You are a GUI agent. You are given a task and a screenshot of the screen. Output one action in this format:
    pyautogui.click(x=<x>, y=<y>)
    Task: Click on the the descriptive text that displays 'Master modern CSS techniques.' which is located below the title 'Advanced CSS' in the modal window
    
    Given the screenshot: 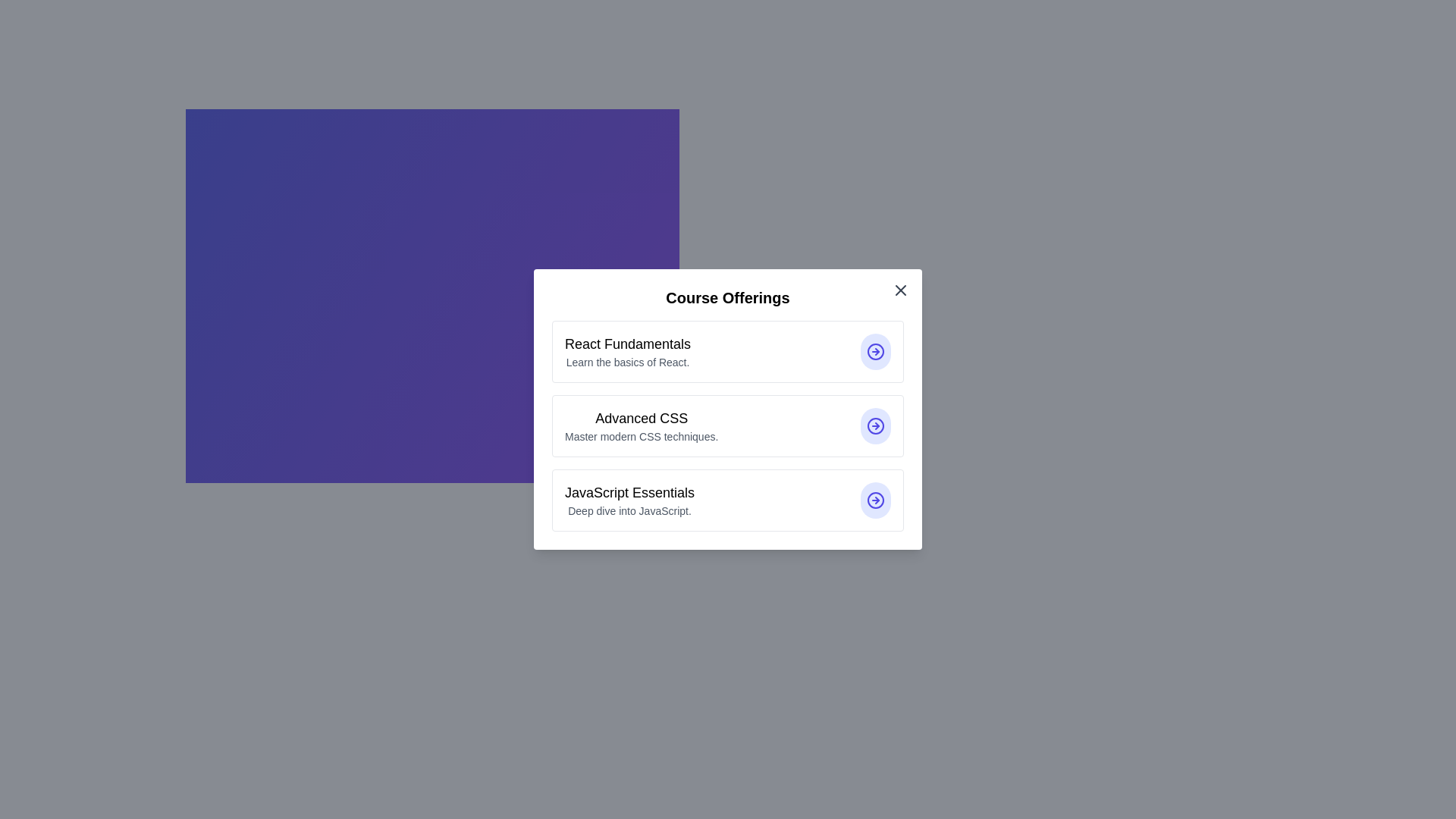 What is the action you would take?
    pyautogui.click(x=642, y=436)
    